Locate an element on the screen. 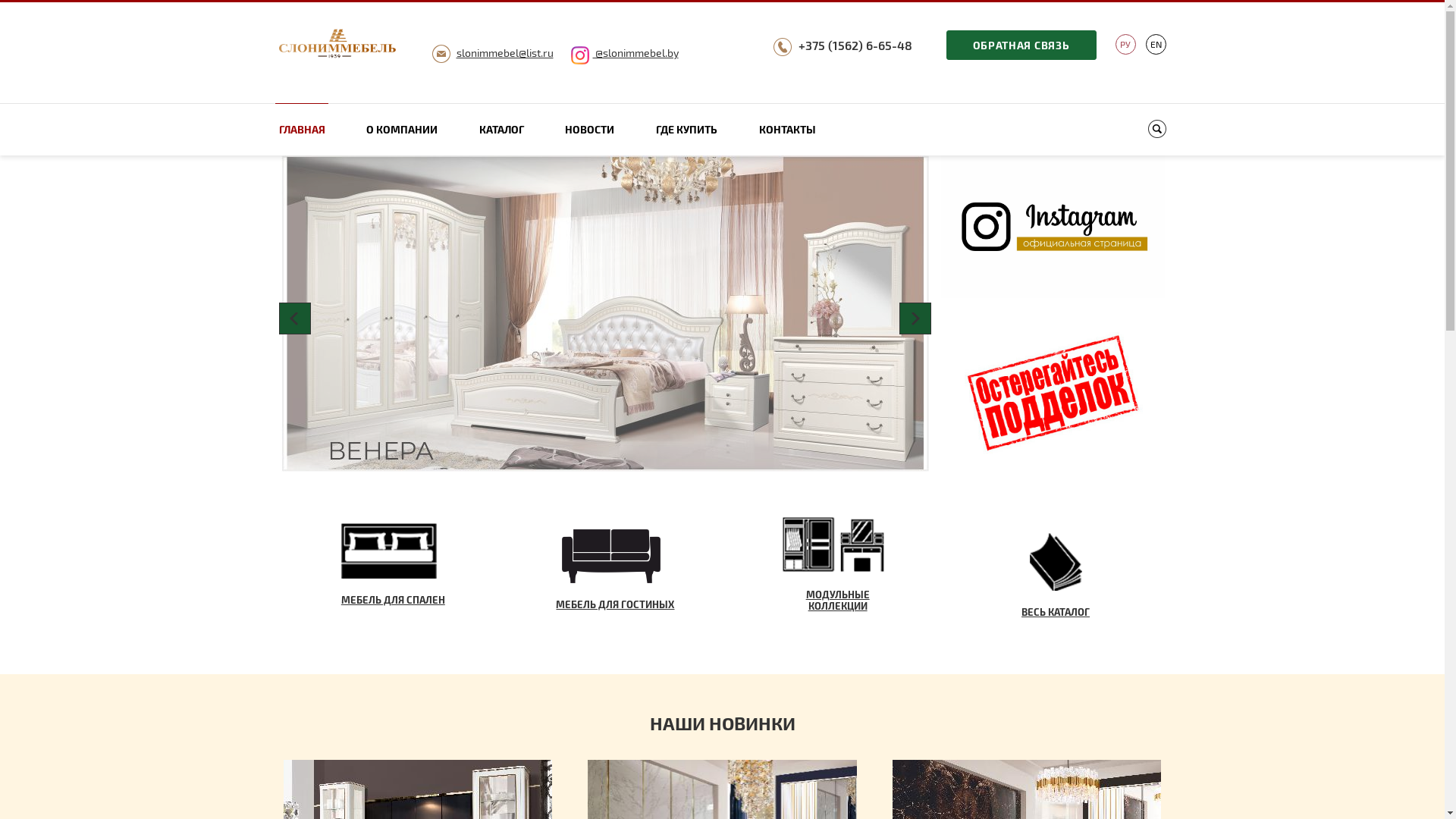 The image size is (1456, 819). 'Prev' is located at coordinates (279, 318).